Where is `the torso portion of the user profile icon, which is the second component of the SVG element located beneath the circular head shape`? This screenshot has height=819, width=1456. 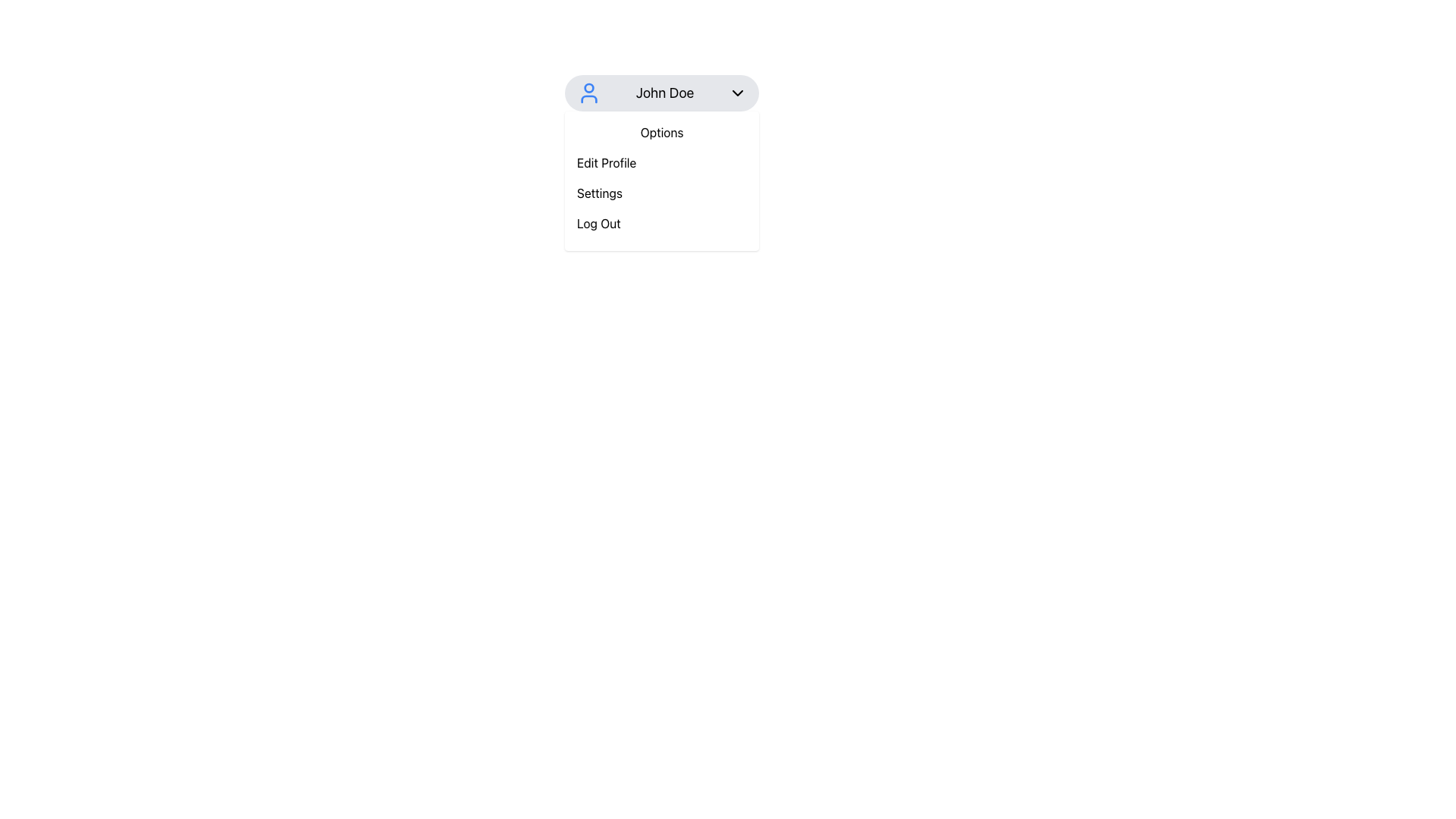
the torso portion of the user profile icon, which is the second component of the SVG element located beneath the circular head shape is located at coordinates (588, 99).